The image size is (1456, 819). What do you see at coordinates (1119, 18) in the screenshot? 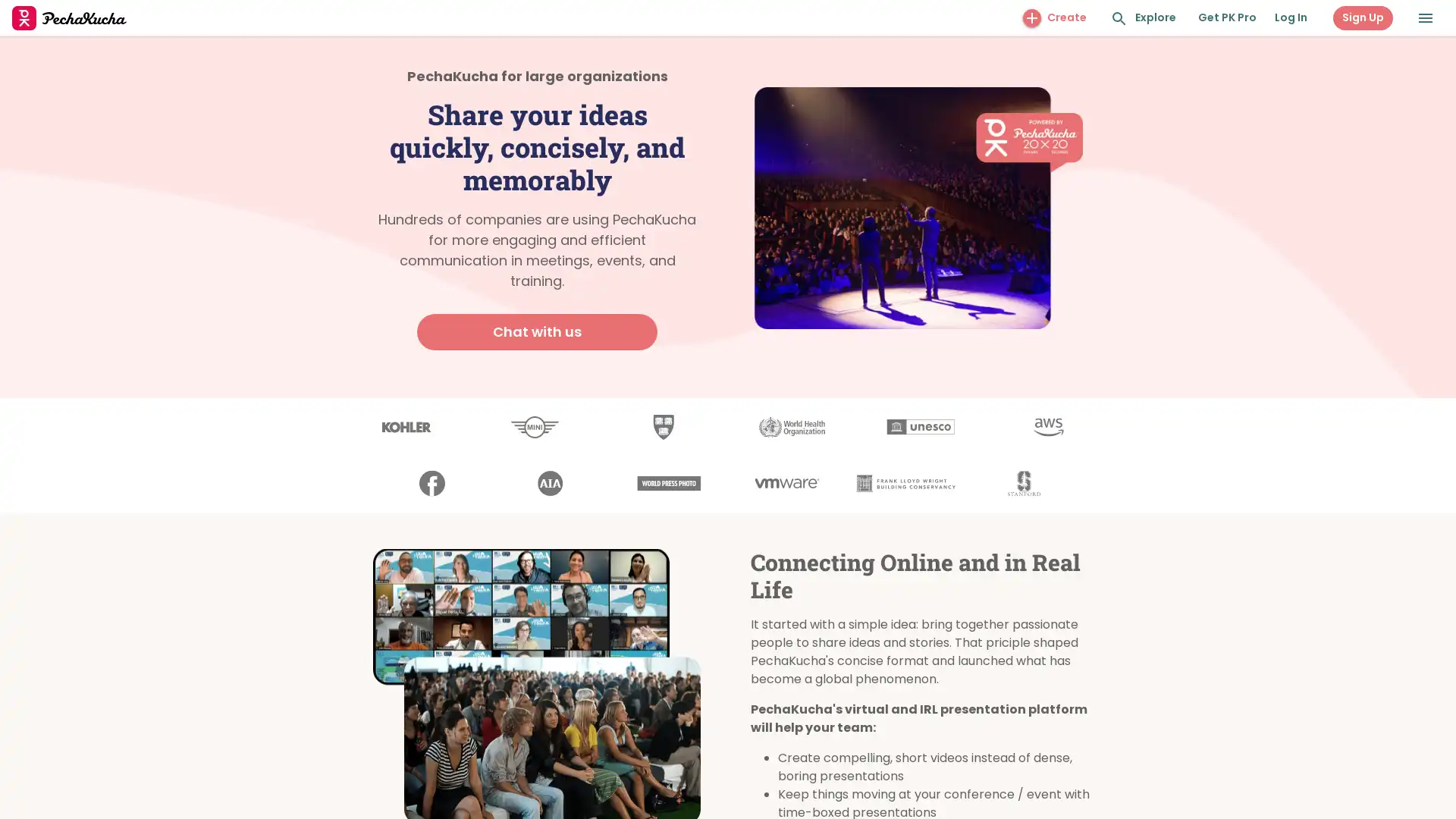
I see `Search and Explore` at bounding box center [1119, 18].